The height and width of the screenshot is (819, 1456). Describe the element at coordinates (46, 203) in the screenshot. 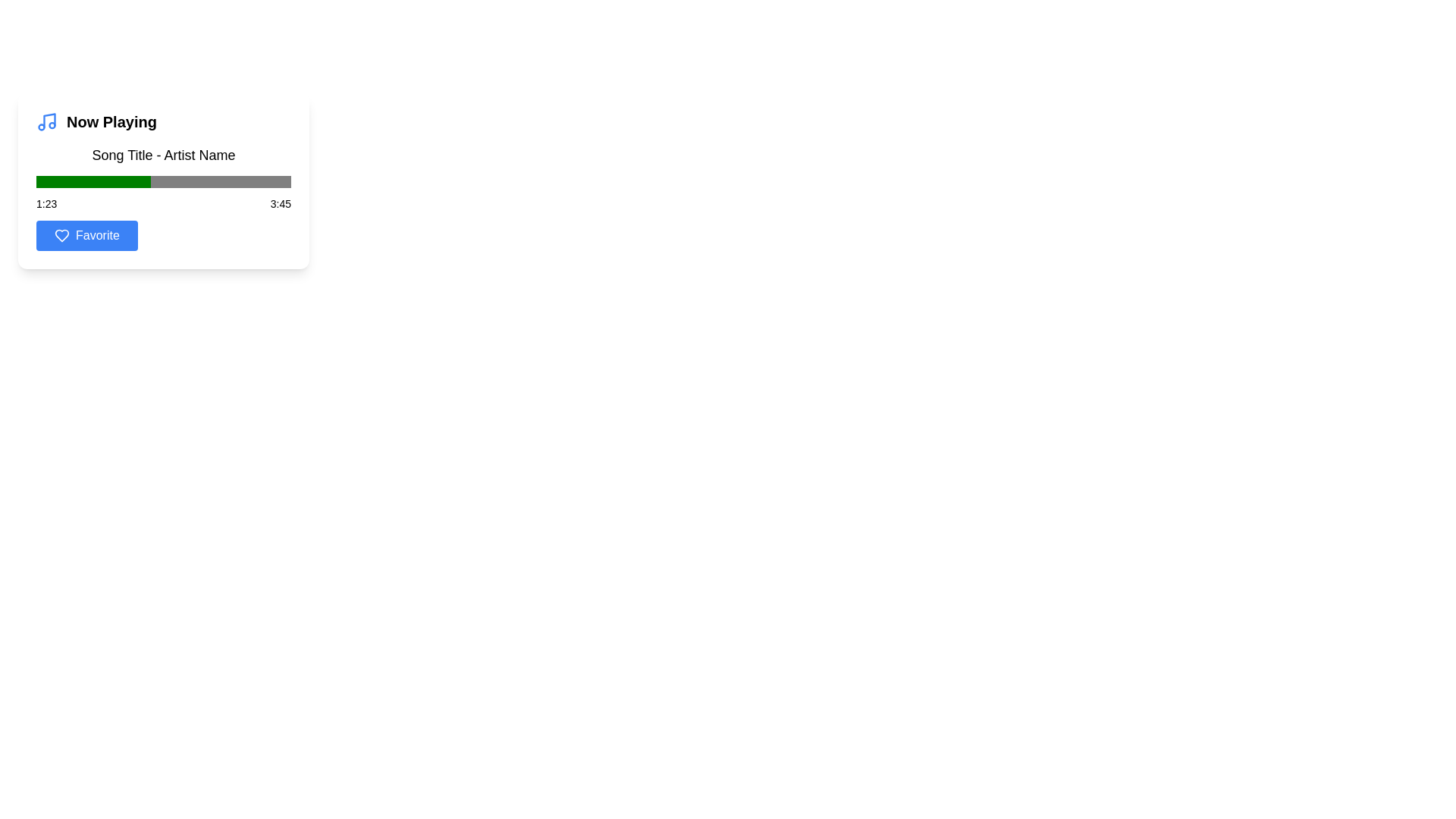

I see `the elapsed time text element showing the current track time in the music player UI, located on the left side of the time-indicating area` at that location.